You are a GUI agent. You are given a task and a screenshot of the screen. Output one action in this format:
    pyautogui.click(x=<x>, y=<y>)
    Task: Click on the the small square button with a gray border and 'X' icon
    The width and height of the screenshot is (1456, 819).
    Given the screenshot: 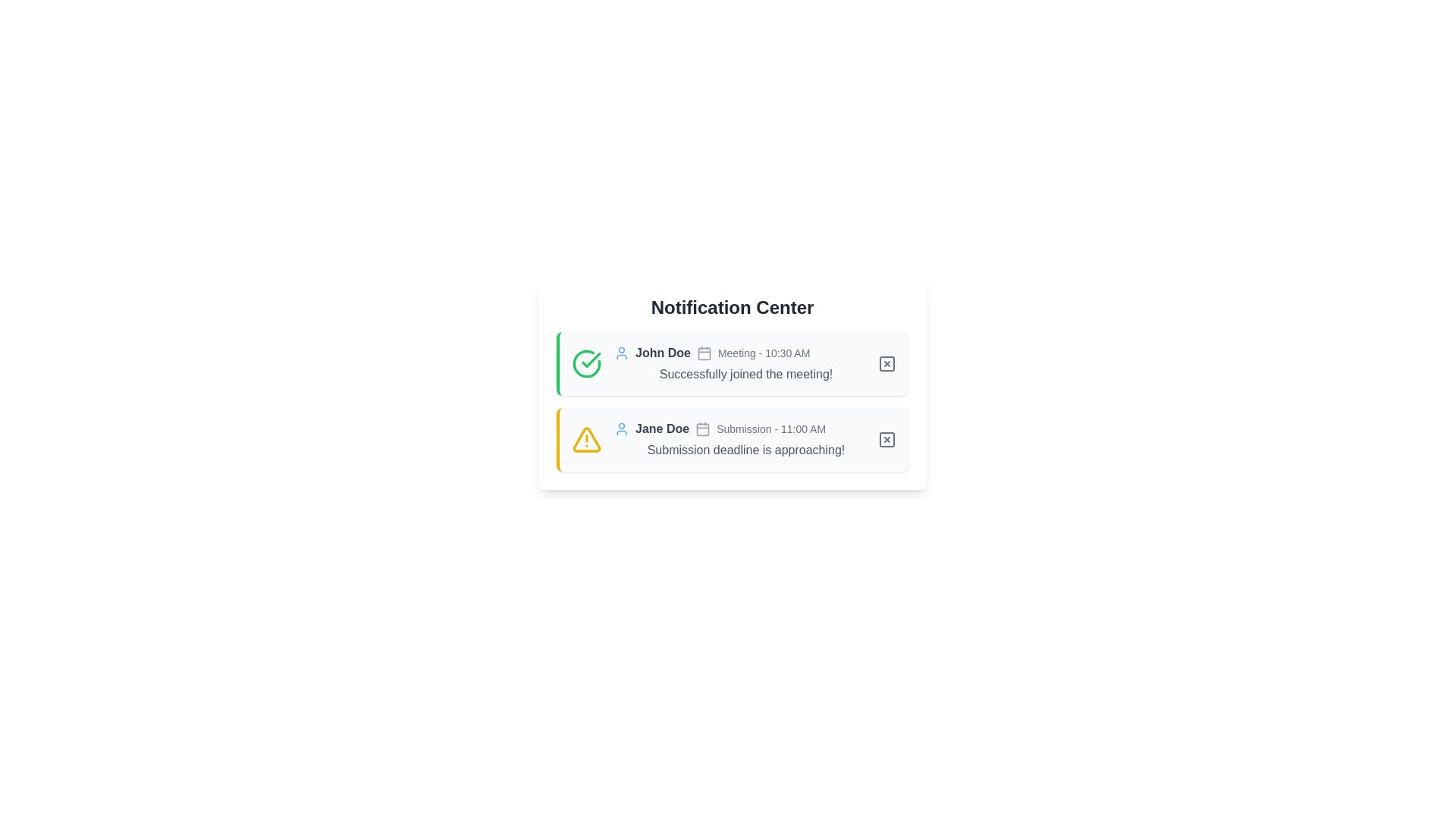 What is the action you would take?
    pyautogui.click(x=887, y=439)
    